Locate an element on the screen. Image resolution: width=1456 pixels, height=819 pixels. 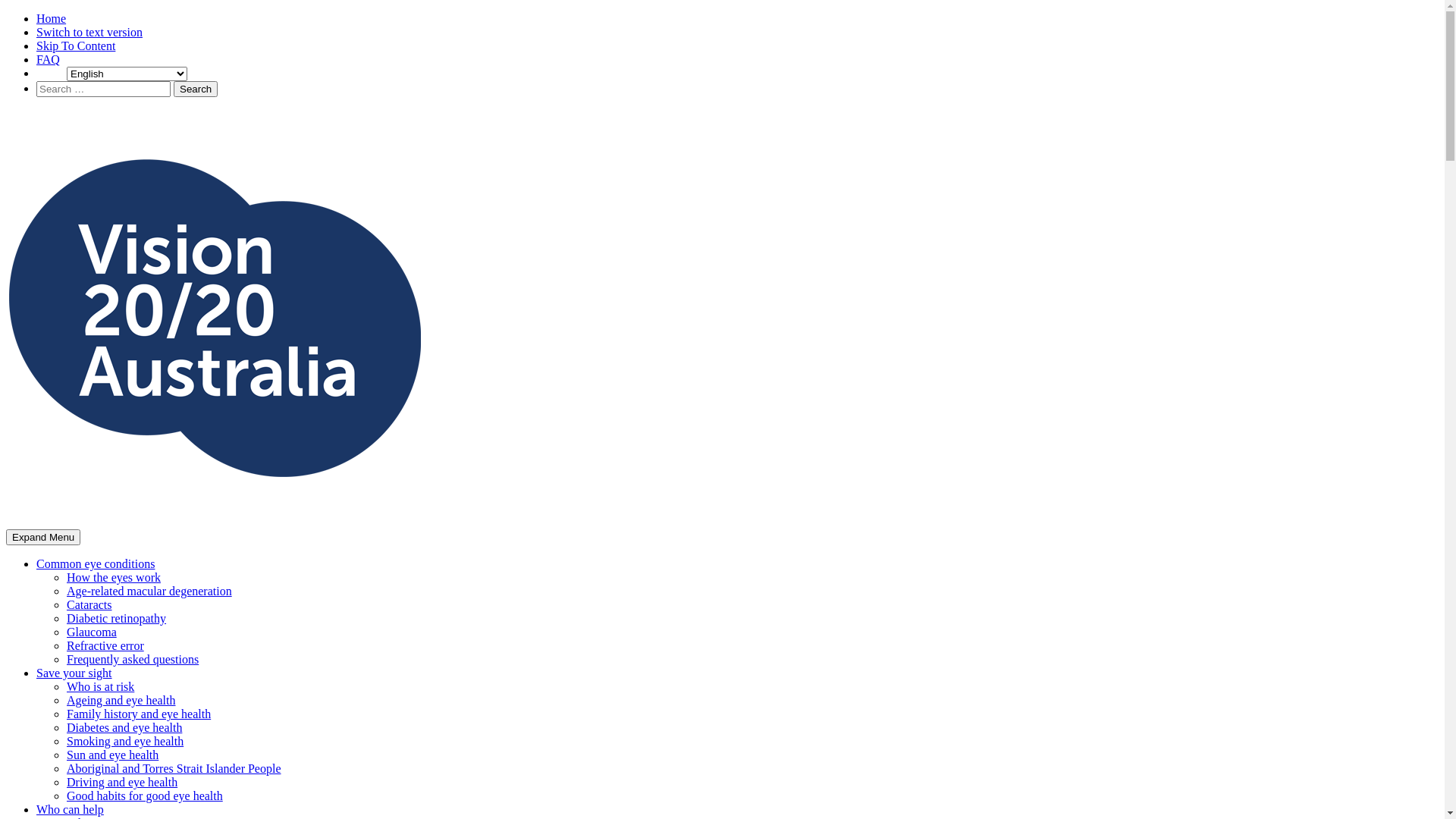
'Diabetic retinopathy' is located at coordinates (115, 618).